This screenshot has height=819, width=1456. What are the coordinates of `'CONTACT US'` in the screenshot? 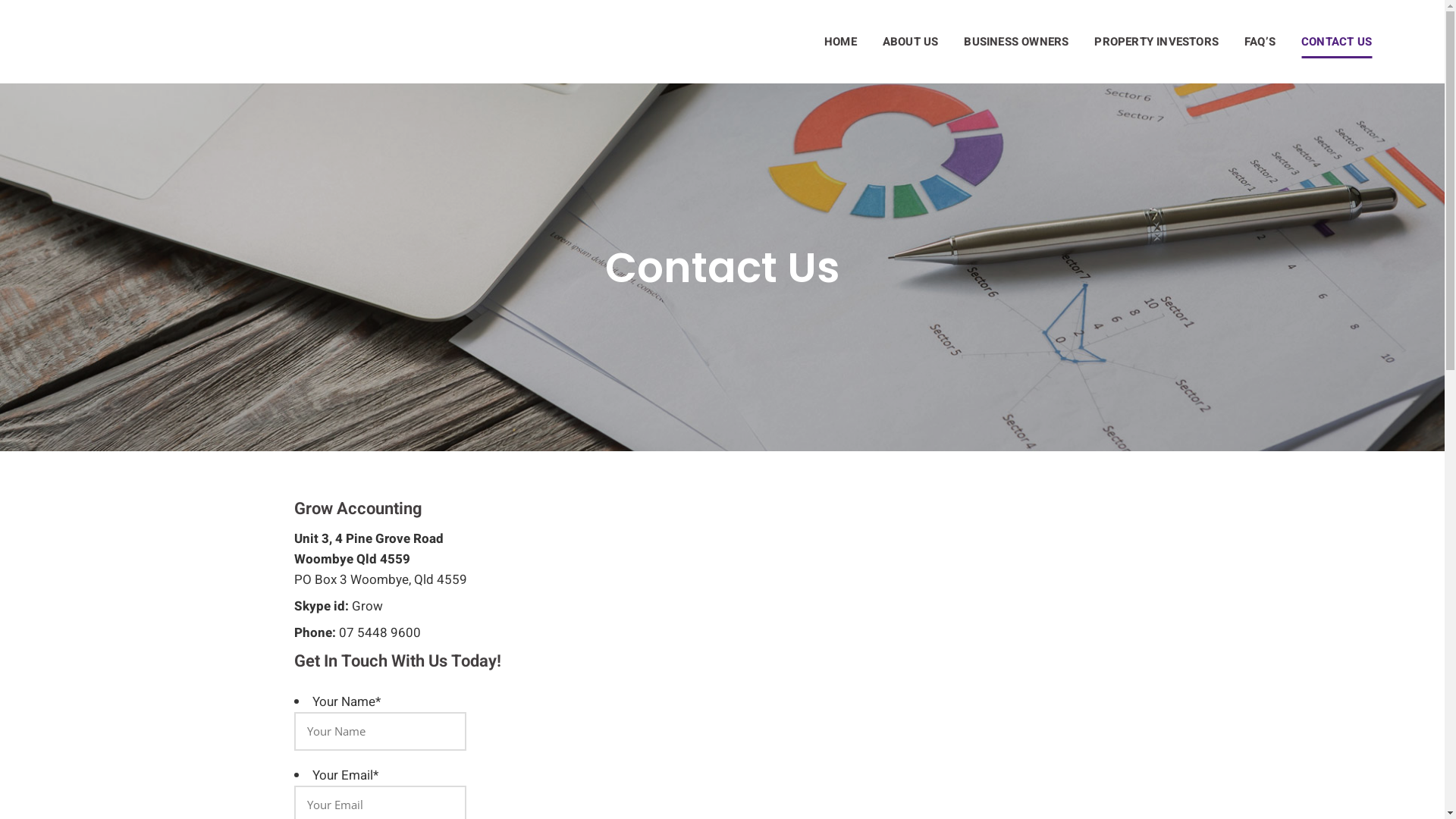 It's located at (1288, 40).